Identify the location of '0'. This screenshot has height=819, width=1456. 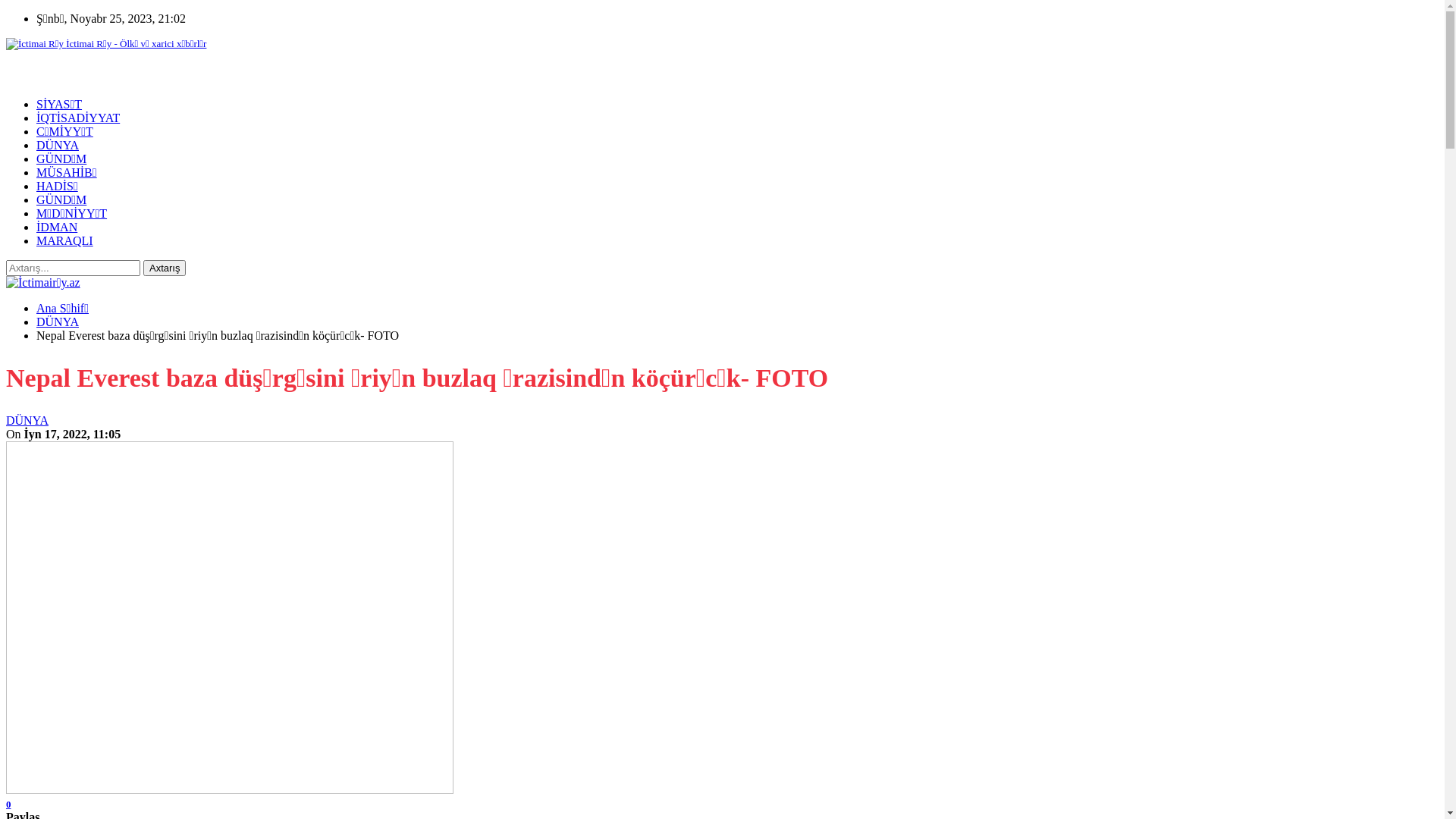
(6, 803).